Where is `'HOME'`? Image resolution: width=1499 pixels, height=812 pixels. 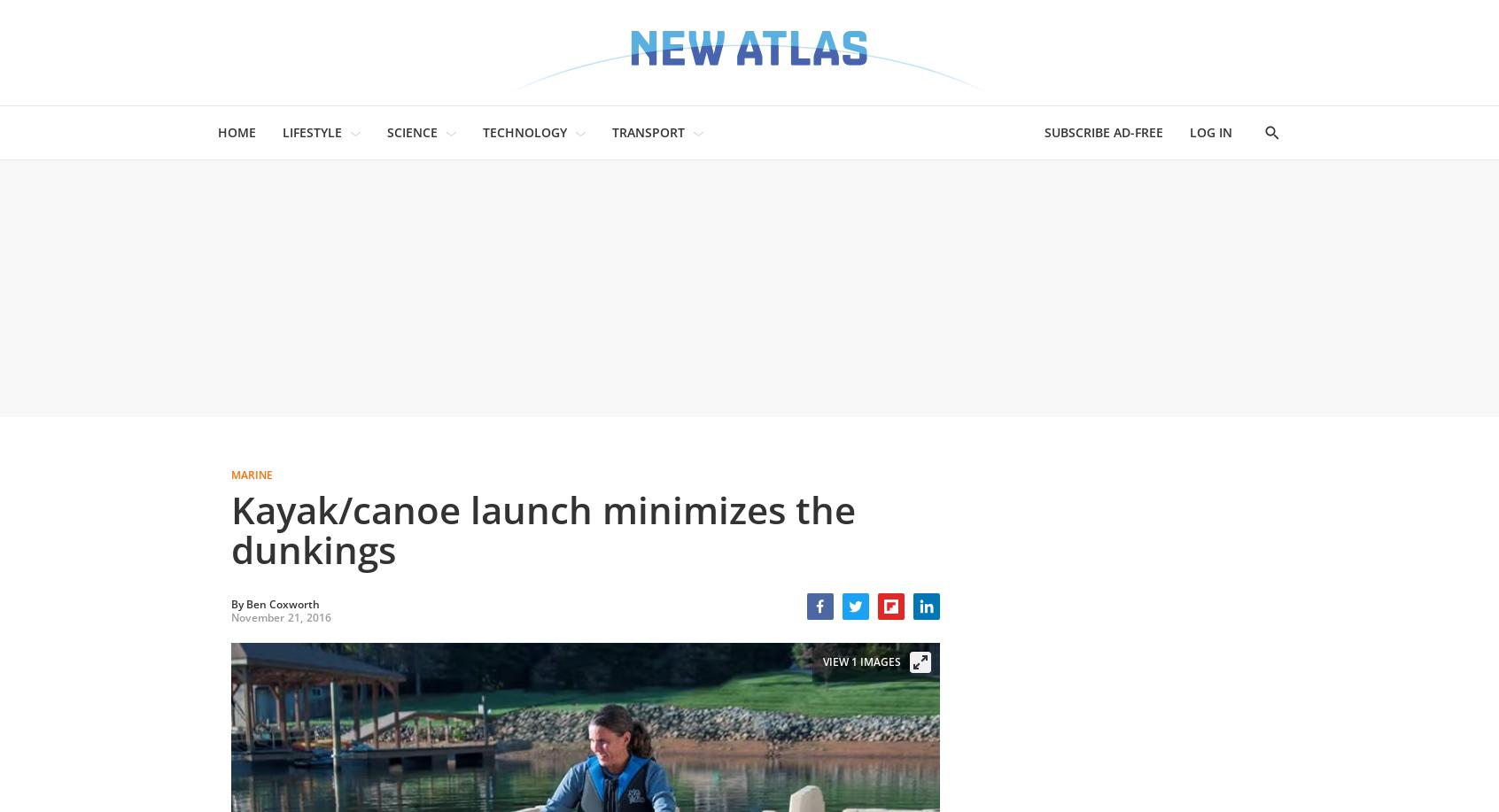 'HOME' is located at coordinates (237, 132).